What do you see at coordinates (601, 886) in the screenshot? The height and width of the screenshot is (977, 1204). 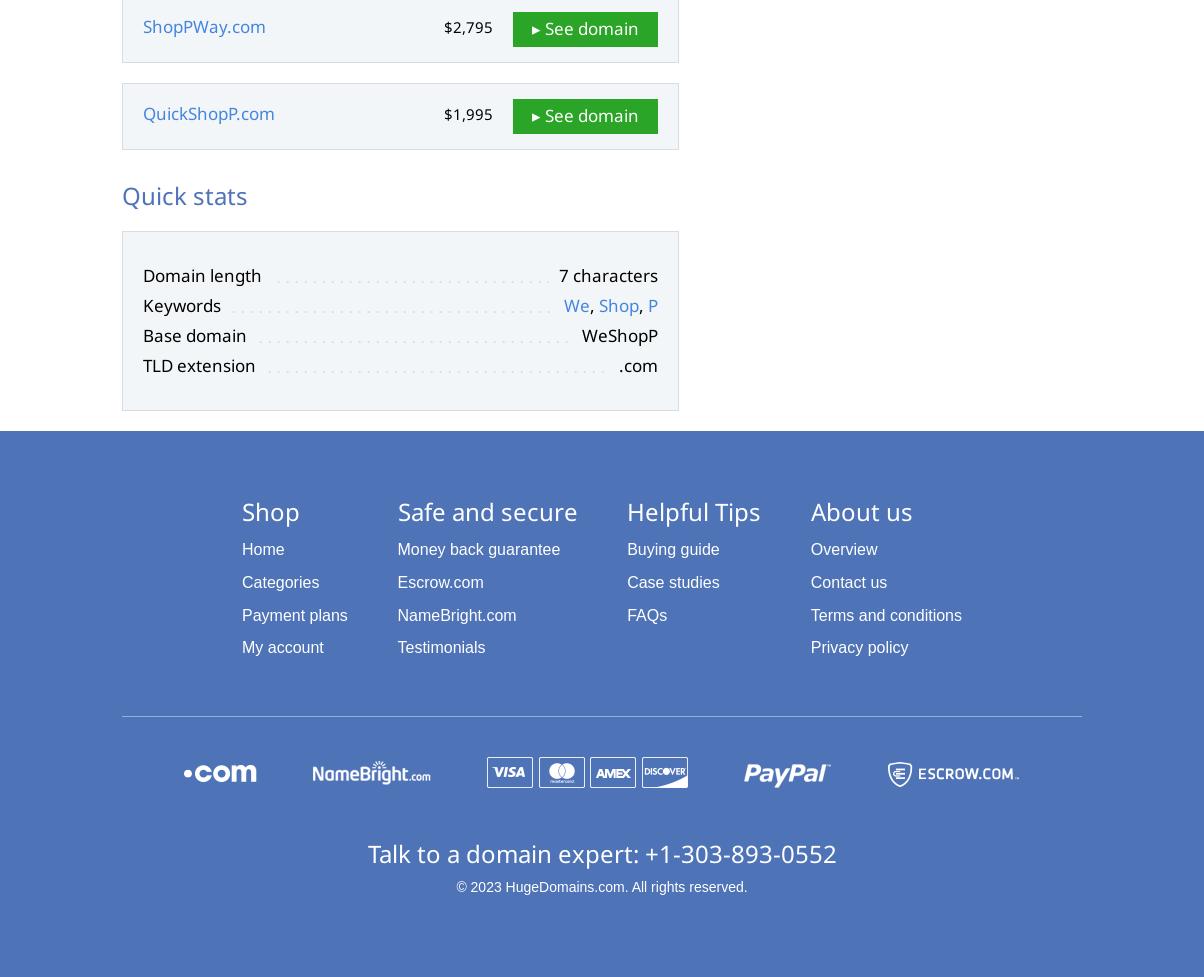 I see `'© 2023 HugeDomains.com. All rights reserved.'` at bounding box center [601, 886].